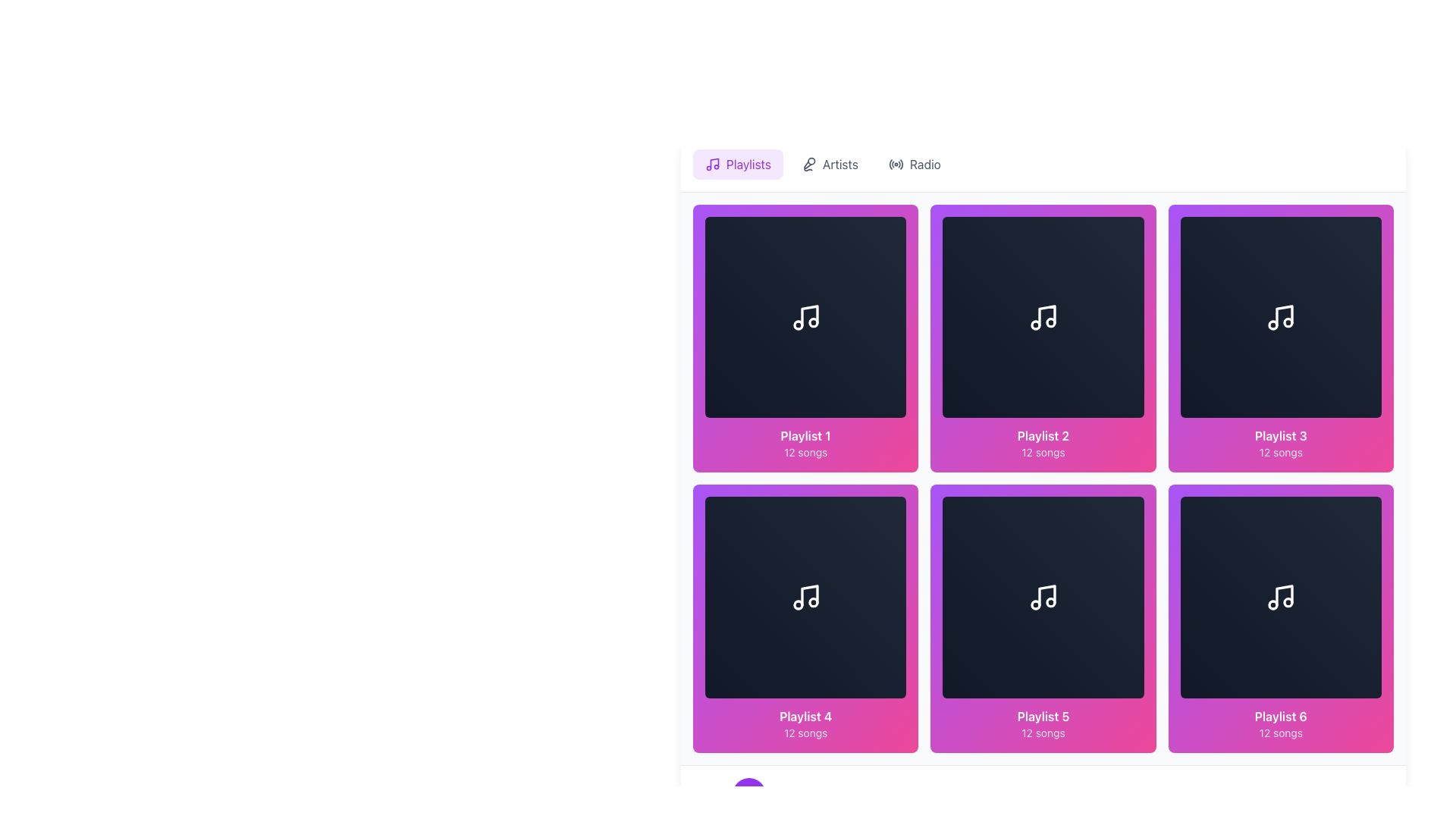 This screenshot has height=819, width=1456. Describe the element at coordinates (805, 316) in the screenshot. I see `the musical notes icon, which is represented in a white outline style against a dark background` at that location.